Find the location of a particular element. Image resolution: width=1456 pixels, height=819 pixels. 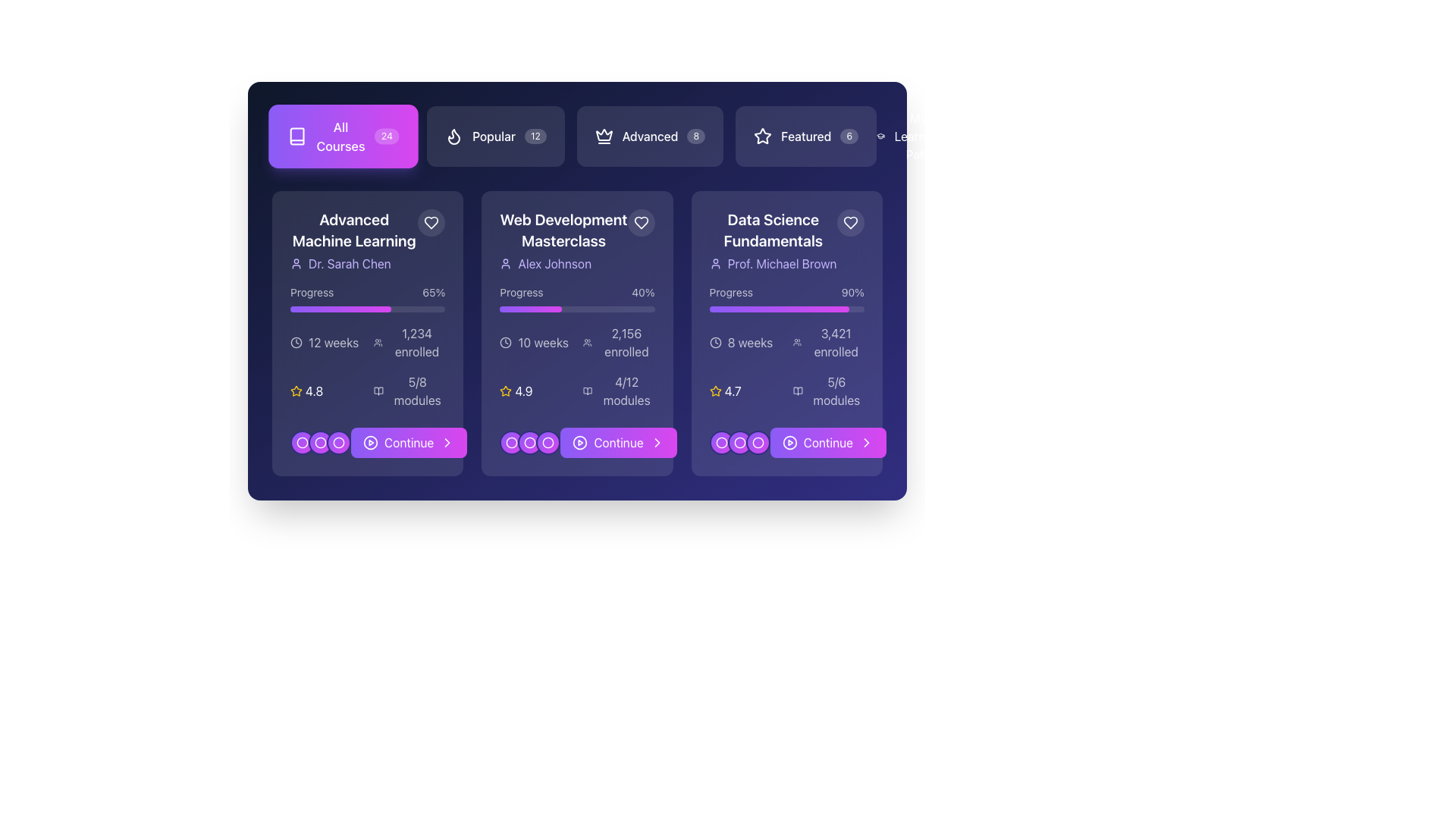

the visual information of the filled progress bar segment indicating 65% completion for the 'Advanced Machine Learning' course, located below the 'Progress' label is located at coordinates (340, 309).